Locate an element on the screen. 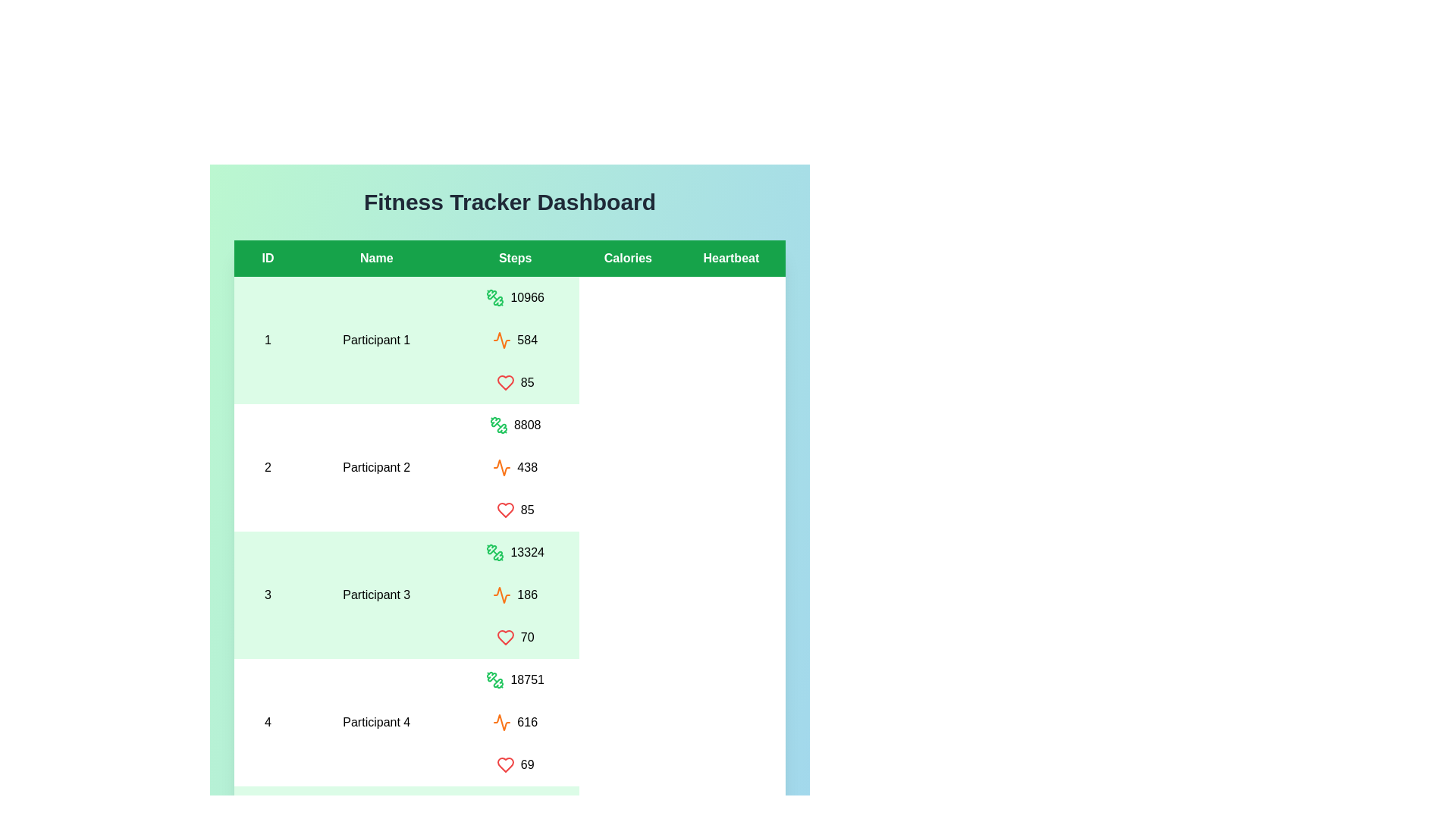 The image size is (1456, 819). the row corresponding to participant 3 is located at coordinates (510, 595).